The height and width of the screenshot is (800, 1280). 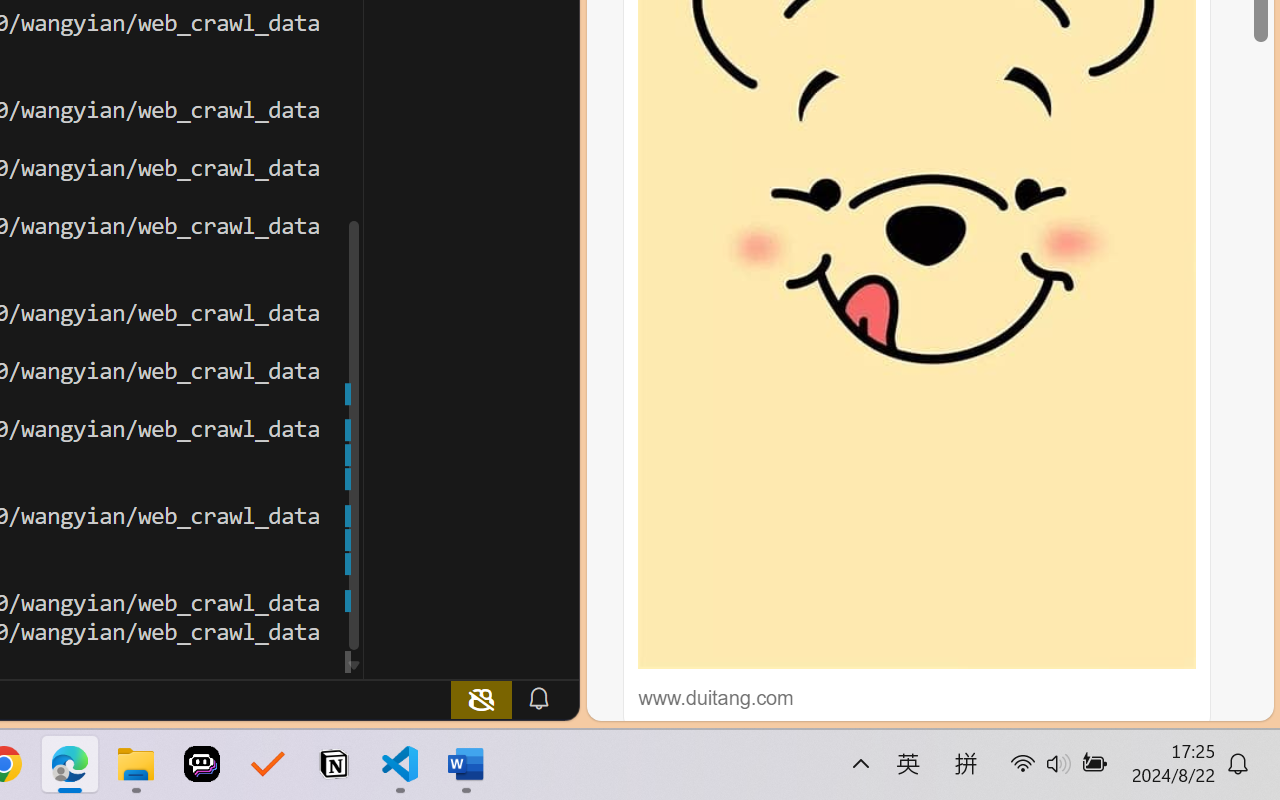 What do you see at coordinates (538, 698) in the screenshot?
I see `'Notifications'` at bounding box center [538, 698].